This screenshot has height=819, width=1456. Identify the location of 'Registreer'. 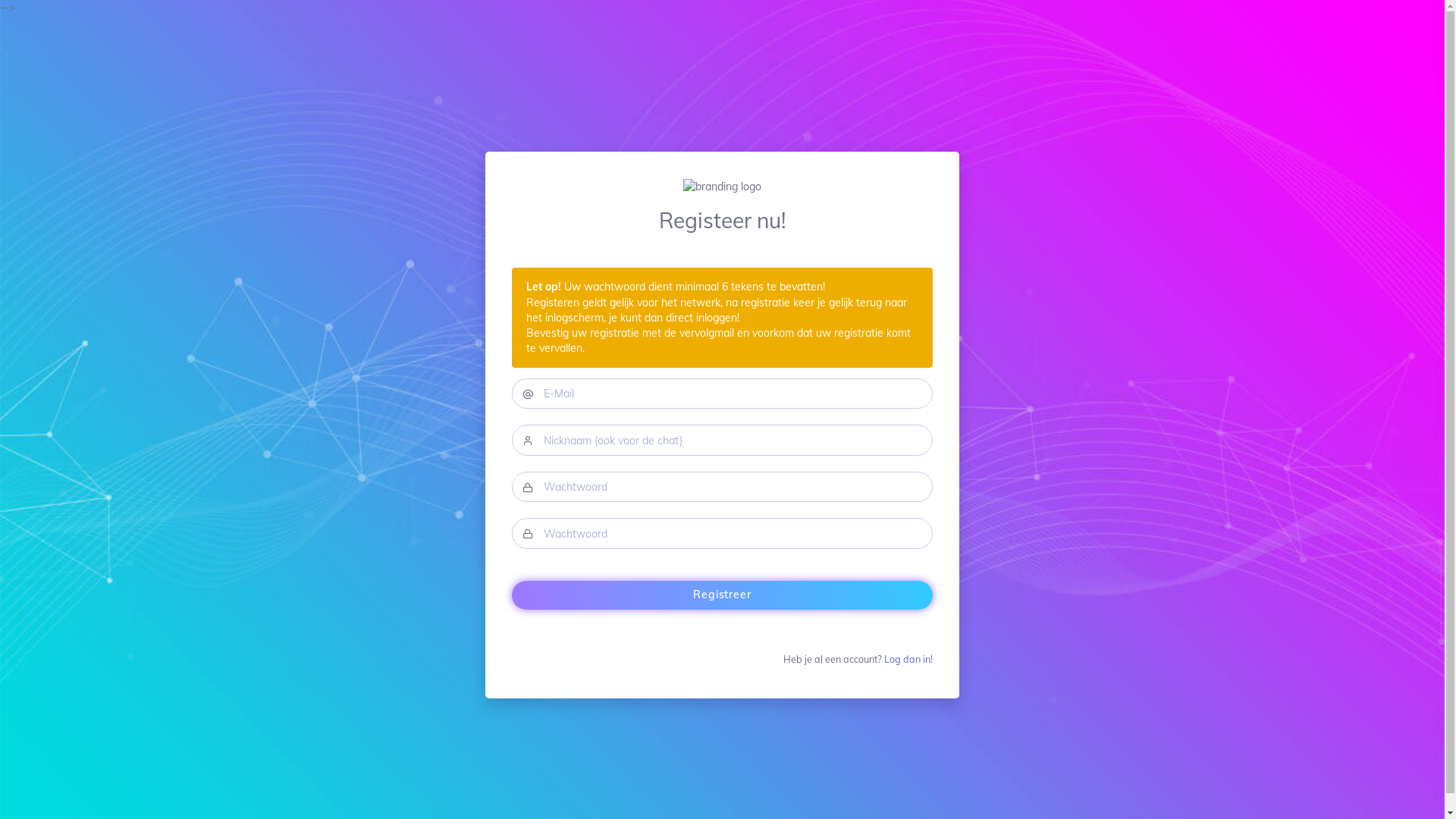
(721, 595).